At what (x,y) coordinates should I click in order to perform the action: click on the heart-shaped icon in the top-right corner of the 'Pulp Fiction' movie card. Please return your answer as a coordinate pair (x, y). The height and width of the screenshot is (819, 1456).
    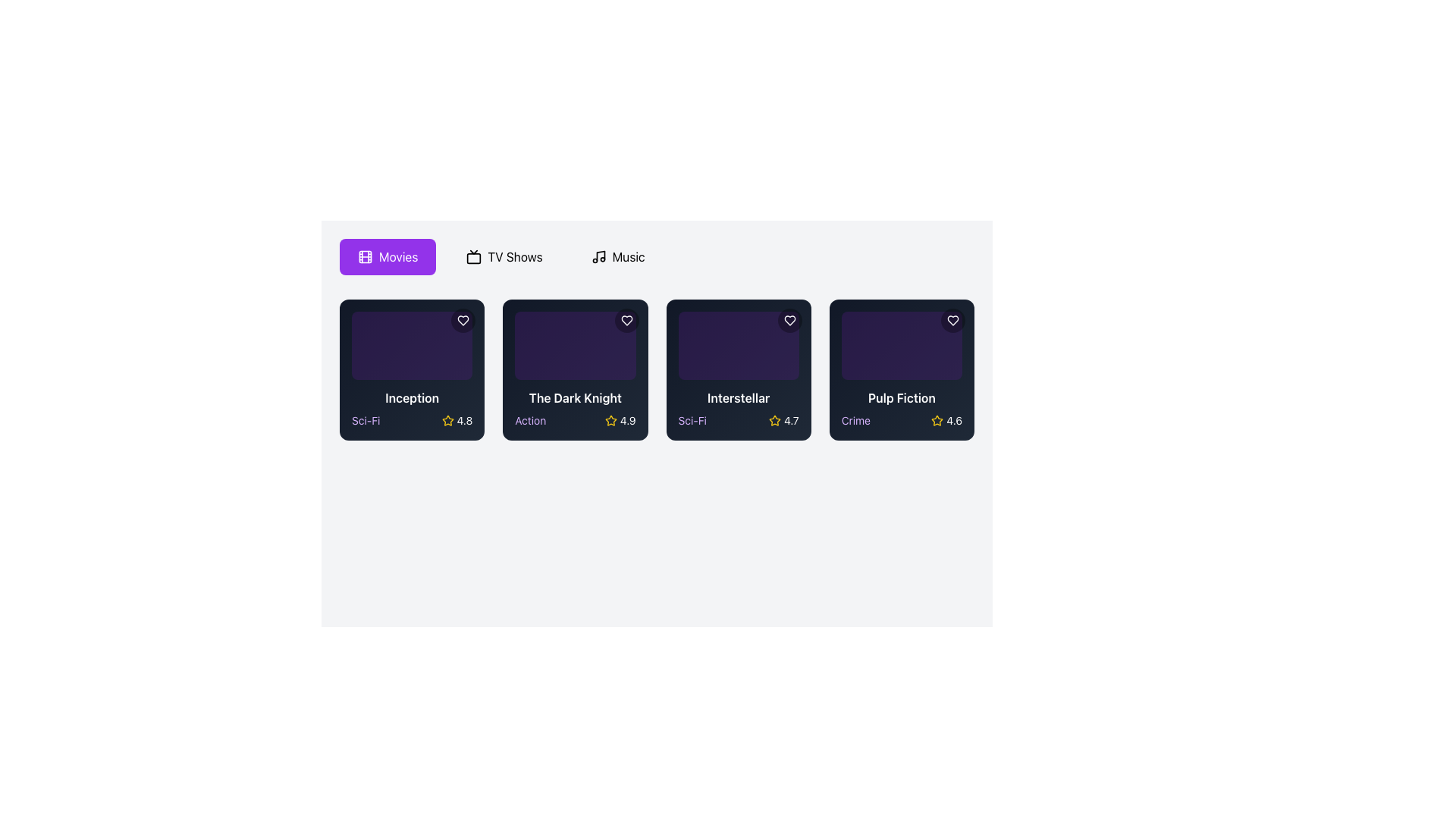
    Looking at the image, I should click on (952, 320).